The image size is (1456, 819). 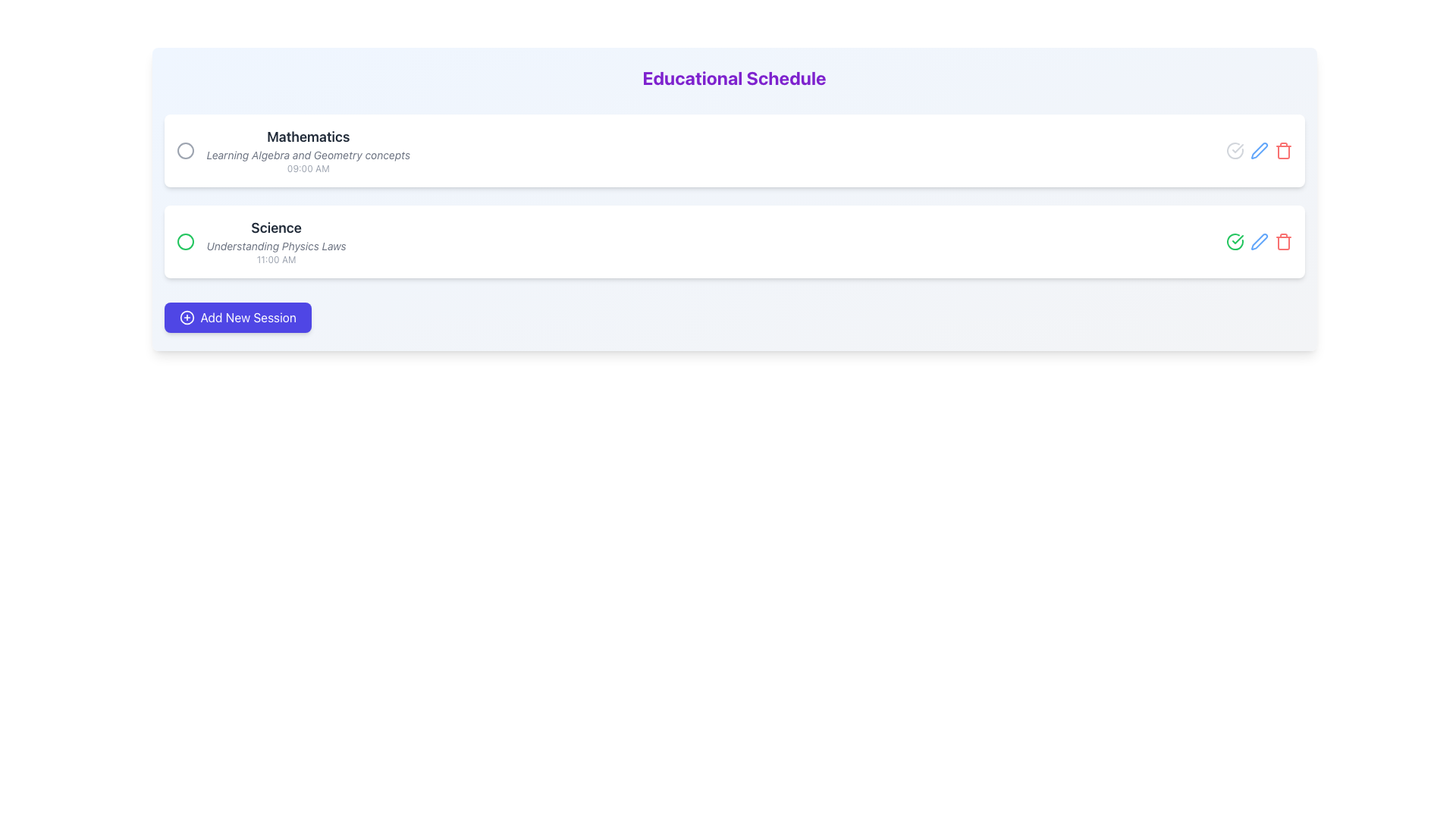 What do you see at coordinates (186, 317) in the screenshot?
I see `the circular icon with a plus sign located at the left side of the 'Add New Session' button` at bounding box center [186, 317].